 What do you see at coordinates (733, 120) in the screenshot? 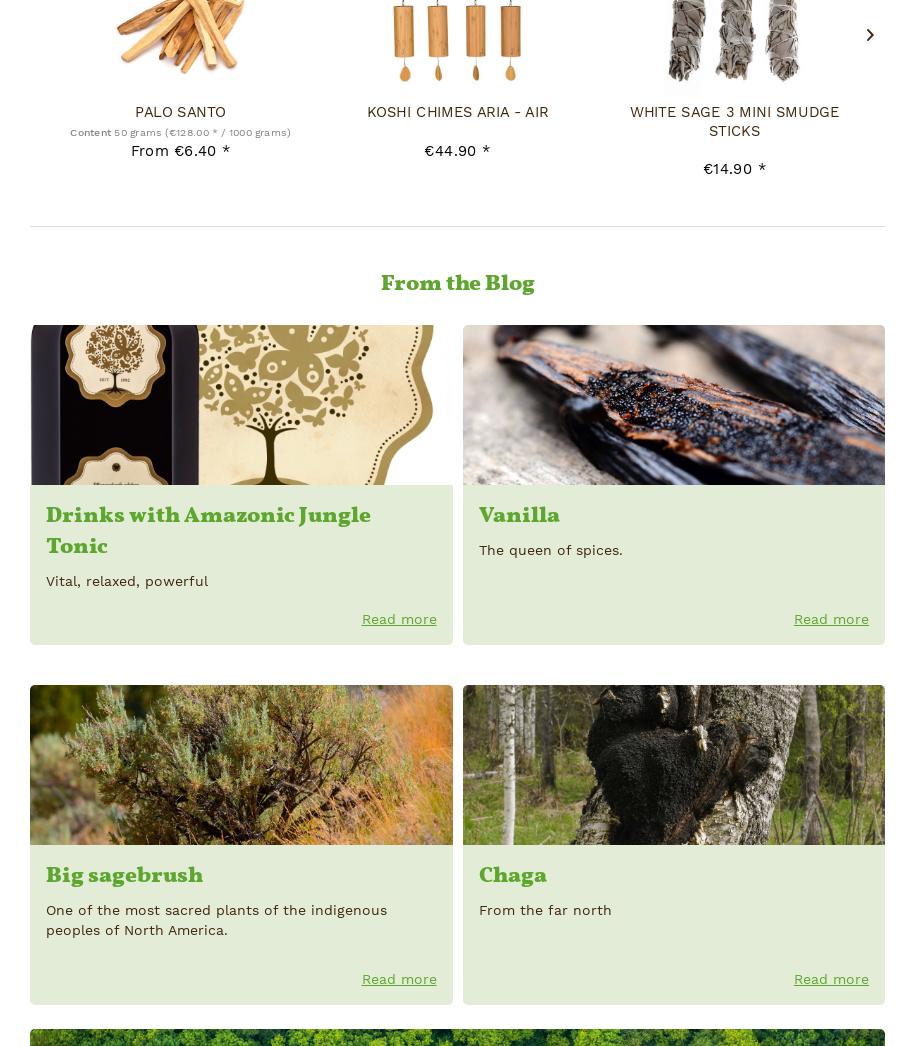
I see `'White Sage 3 Mini Smudge Sticks'` at bounding box center [733, 120].